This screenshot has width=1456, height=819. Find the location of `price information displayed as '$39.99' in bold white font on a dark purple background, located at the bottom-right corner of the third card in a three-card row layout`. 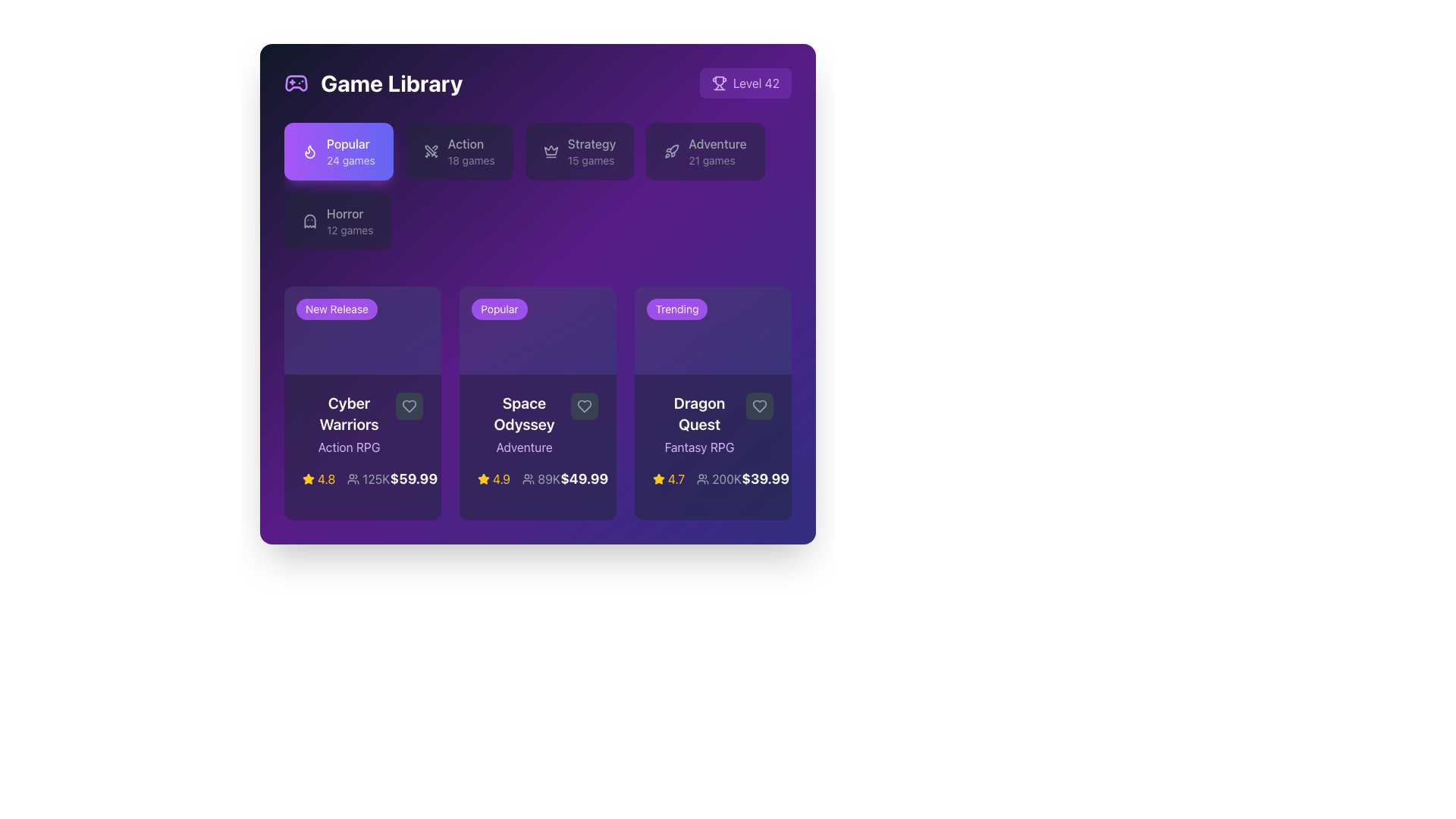

price information displayed as '$39.99' in bold white font on a dark purple background, located at the bottom-right corner of the third card in a three-card row layout is located at coordinates (765, 479).